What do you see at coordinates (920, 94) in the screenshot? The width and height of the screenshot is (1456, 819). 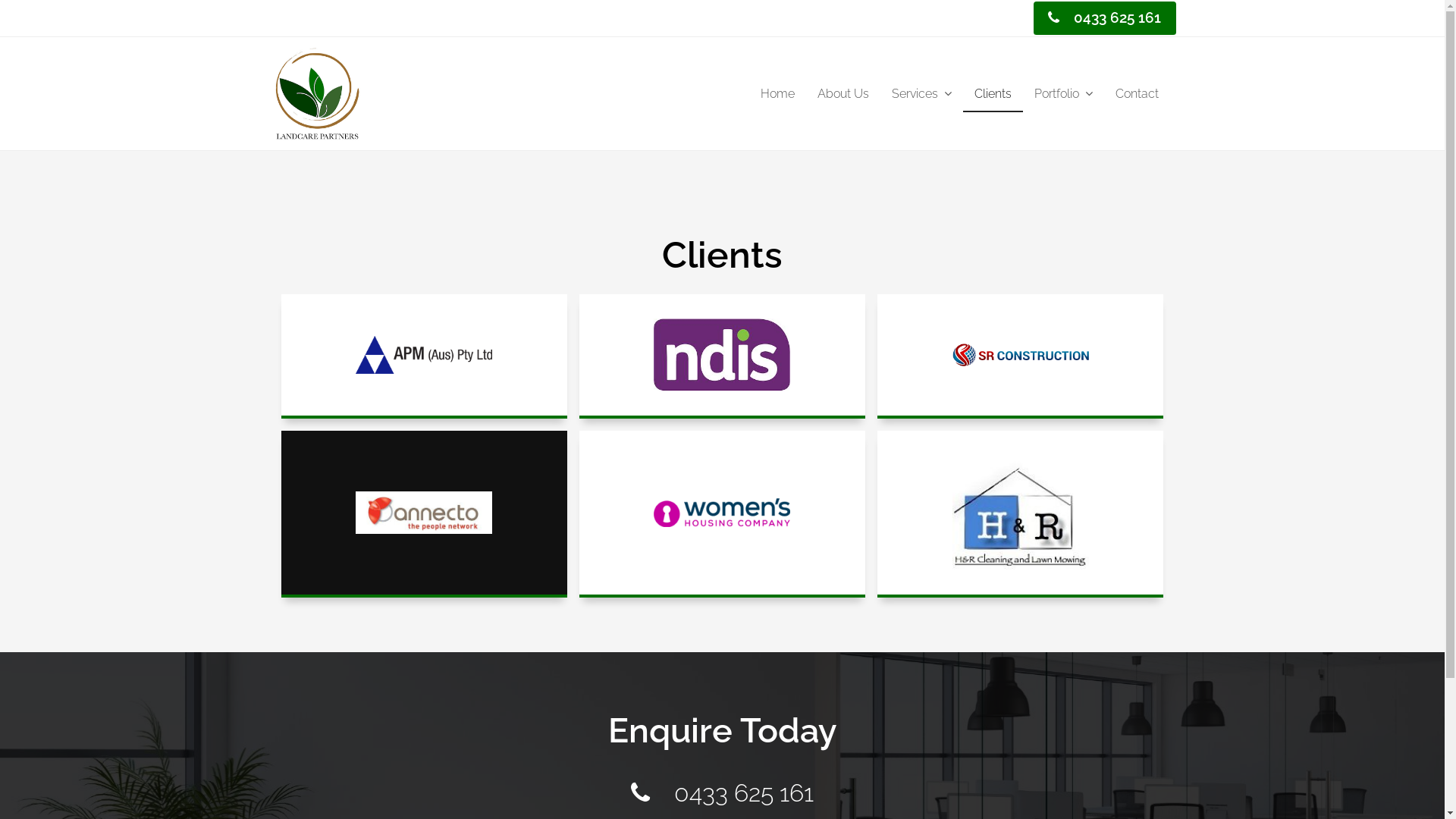 I see `'Services'` at bounding box center [920, 94].